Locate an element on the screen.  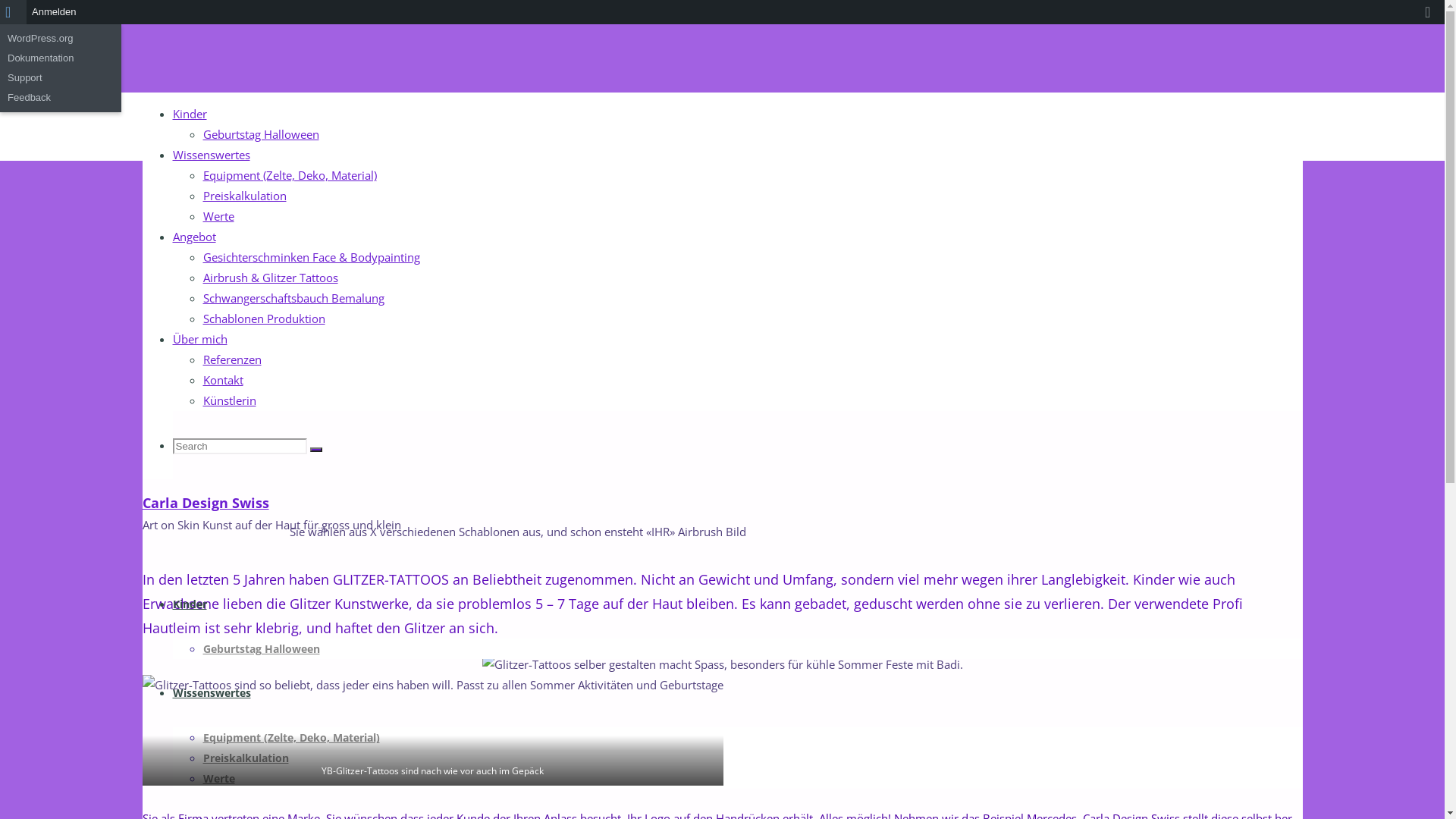
'Schablonen Produktion' is located at coordinates (264, 318).